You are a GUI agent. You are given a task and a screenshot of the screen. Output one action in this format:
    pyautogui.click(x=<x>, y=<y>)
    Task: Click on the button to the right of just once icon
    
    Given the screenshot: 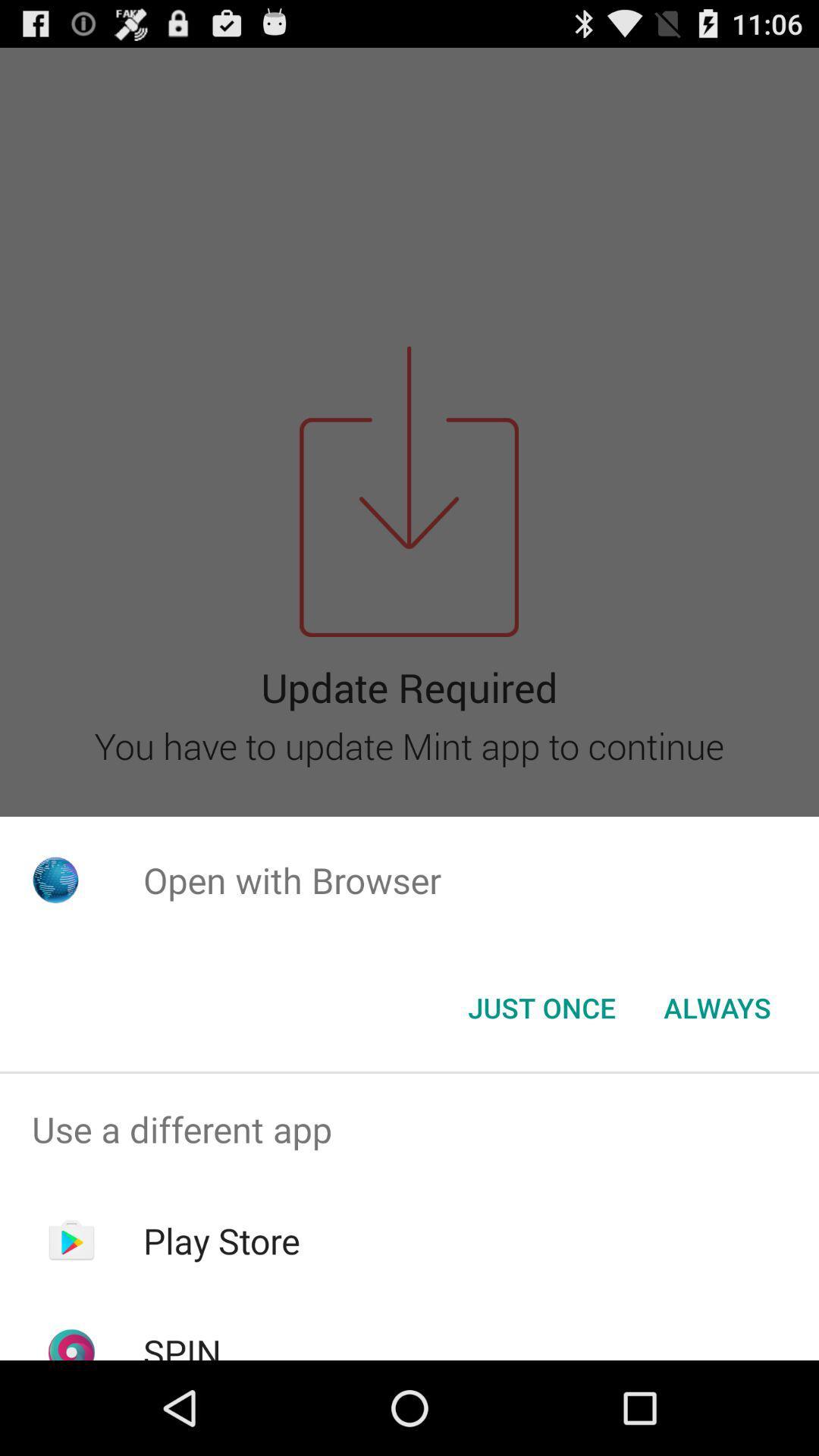 What is the action you would take?
    pyautogui.click(x=717, y=1008)
    